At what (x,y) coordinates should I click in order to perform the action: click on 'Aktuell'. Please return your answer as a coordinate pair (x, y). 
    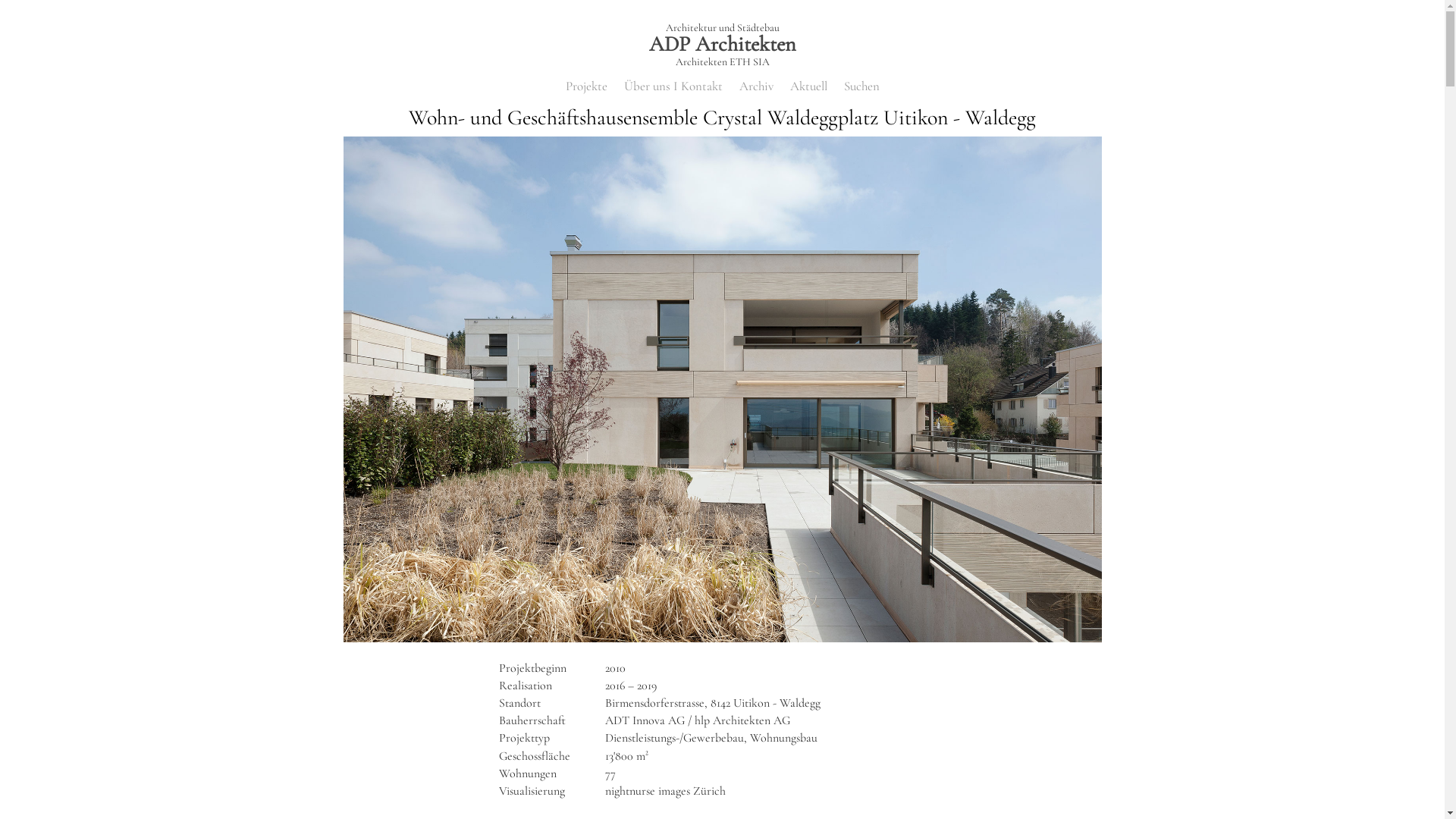
    Looking at the image, I should click on (808, 87).